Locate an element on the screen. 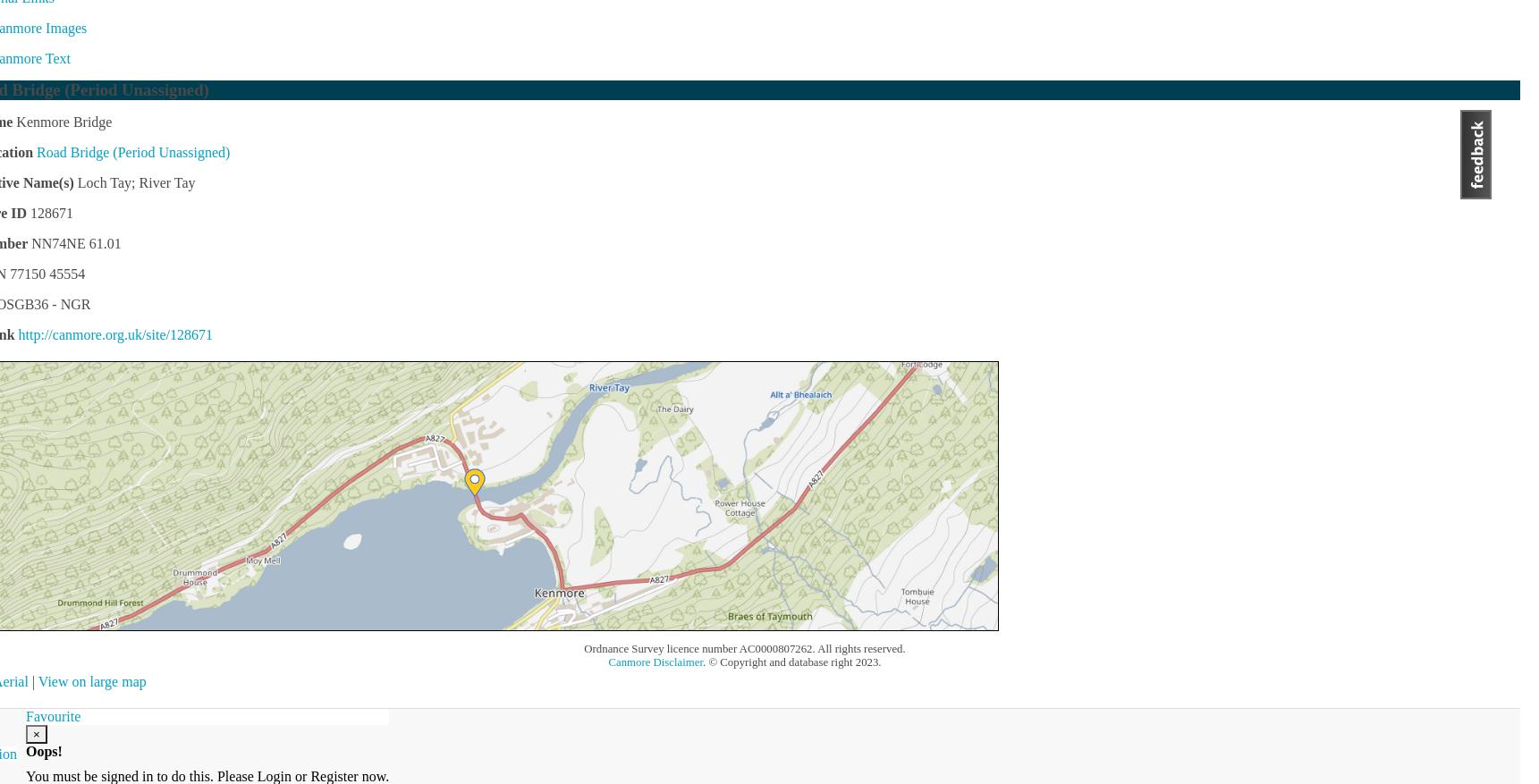 The image size is (1539, 784). '. 
	© Copyright and database right 2023.' is located at coordinates (791, 662).